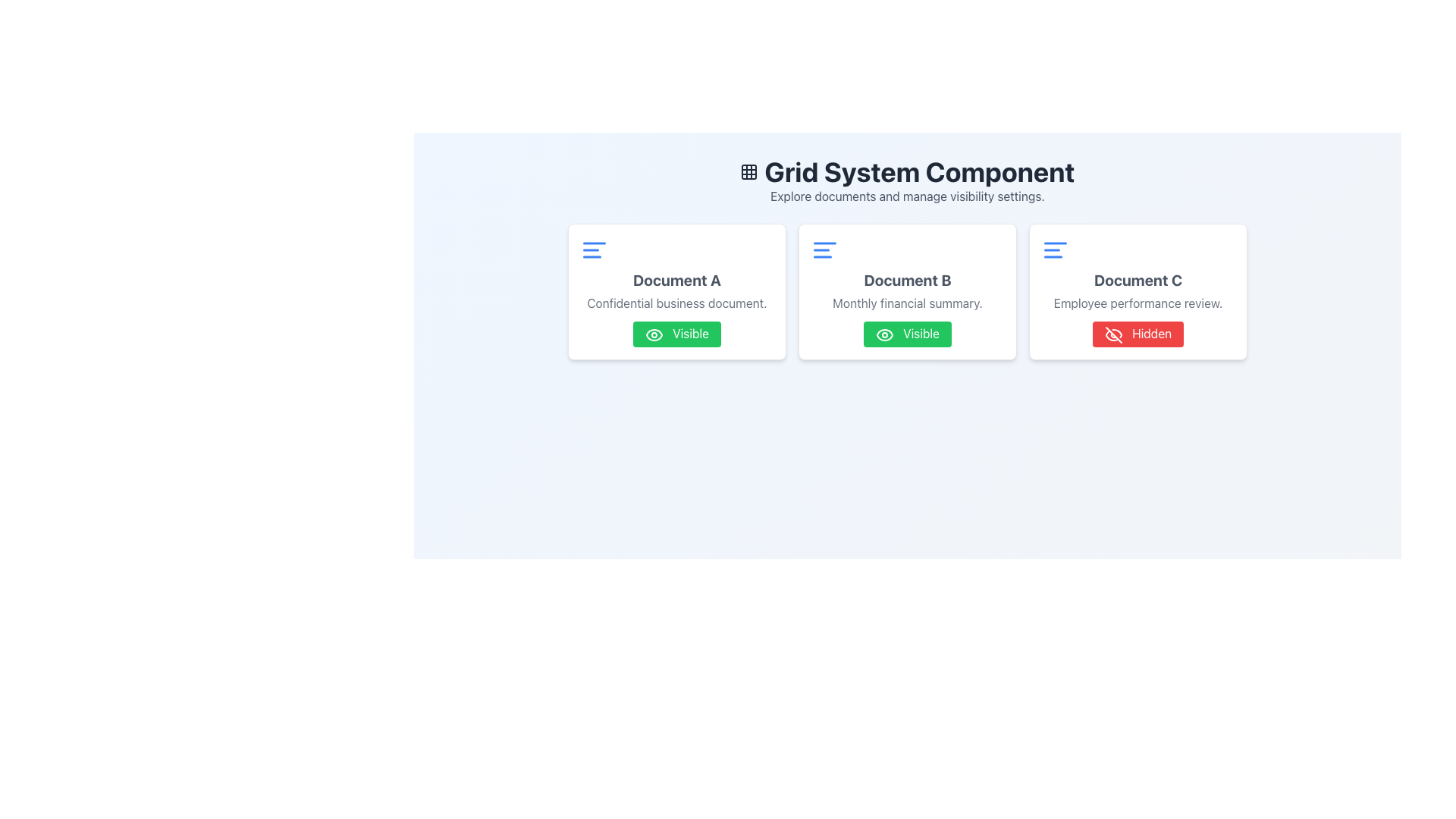  I want to click on the Text Label displaying the heading 'Grid System Component', which is centered at the top of the section in bold, large, dark gray typography, so click(907, 171).